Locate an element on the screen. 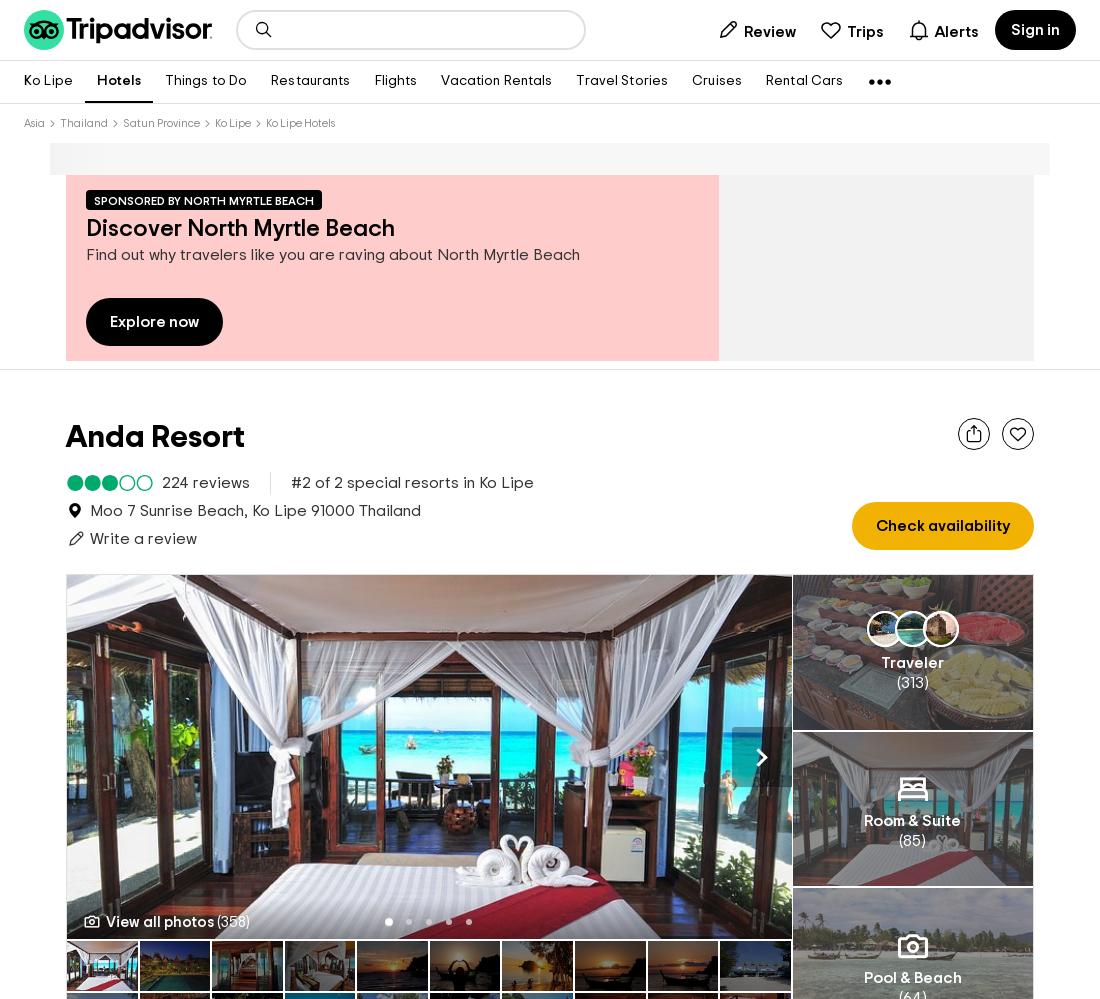 The height and width of the screenshot is (999, 1100). 'Cruises' is located at coordinates (715, 80).